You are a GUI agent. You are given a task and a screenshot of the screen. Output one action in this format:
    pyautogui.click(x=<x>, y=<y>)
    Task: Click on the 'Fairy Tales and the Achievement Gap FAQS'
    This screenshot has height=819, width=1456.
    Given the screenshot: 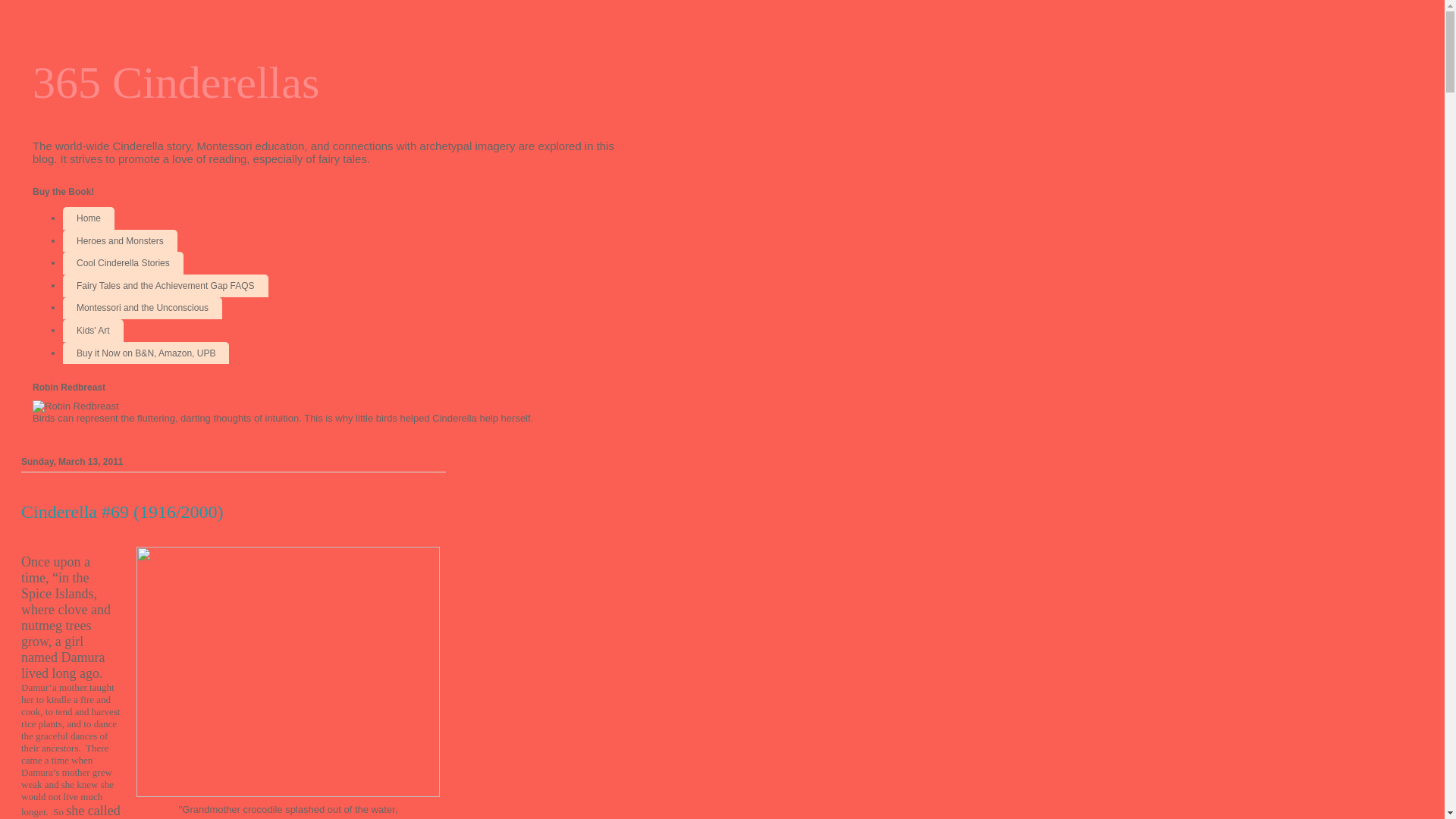 What is the action you would take?
    pyautogui.click(x=165, y=286)
    